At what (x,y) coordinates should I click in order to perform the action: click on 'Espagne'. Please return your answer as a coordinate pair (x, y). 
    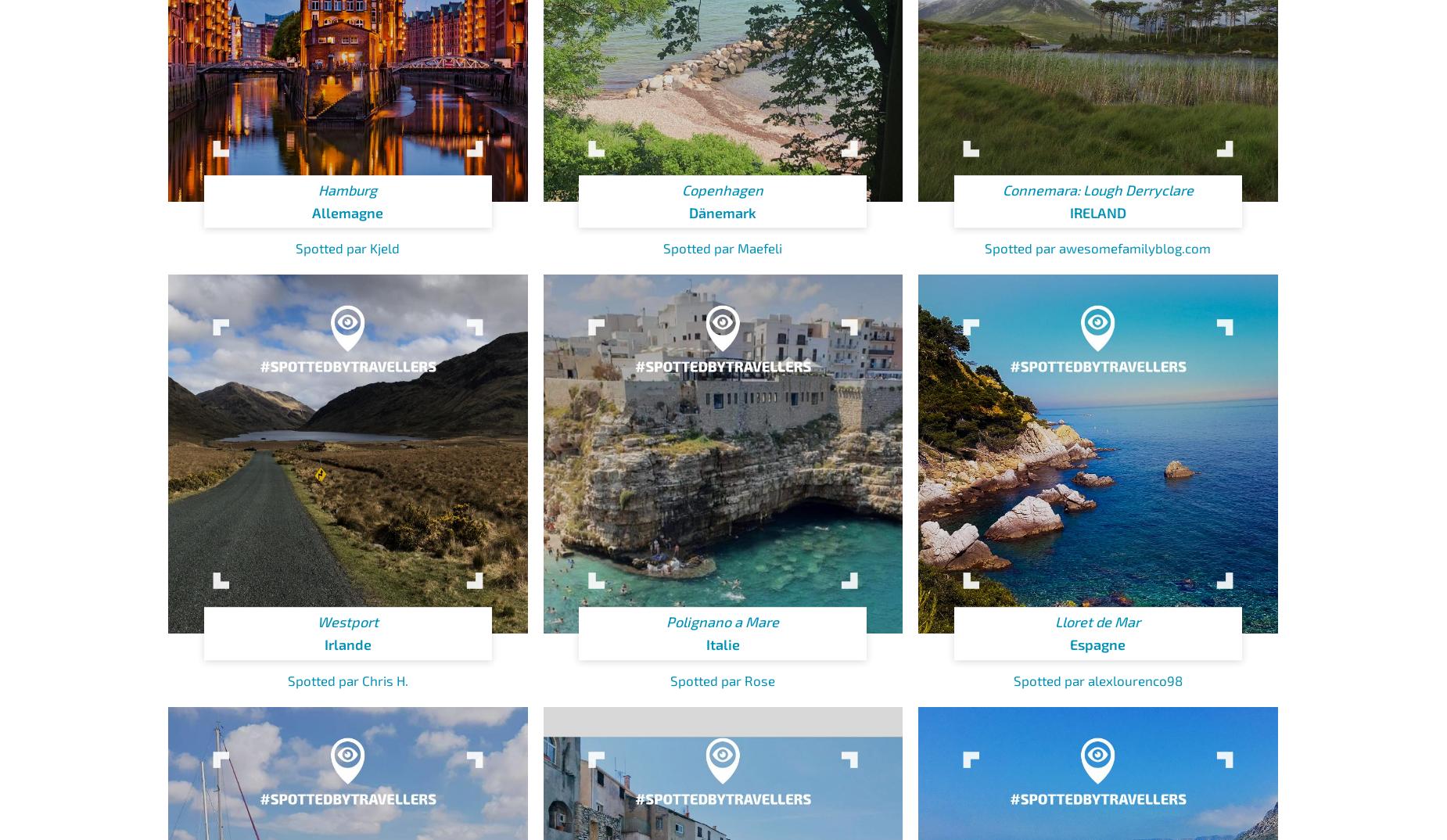
    Looking at the image, I should click on (1097, 644).